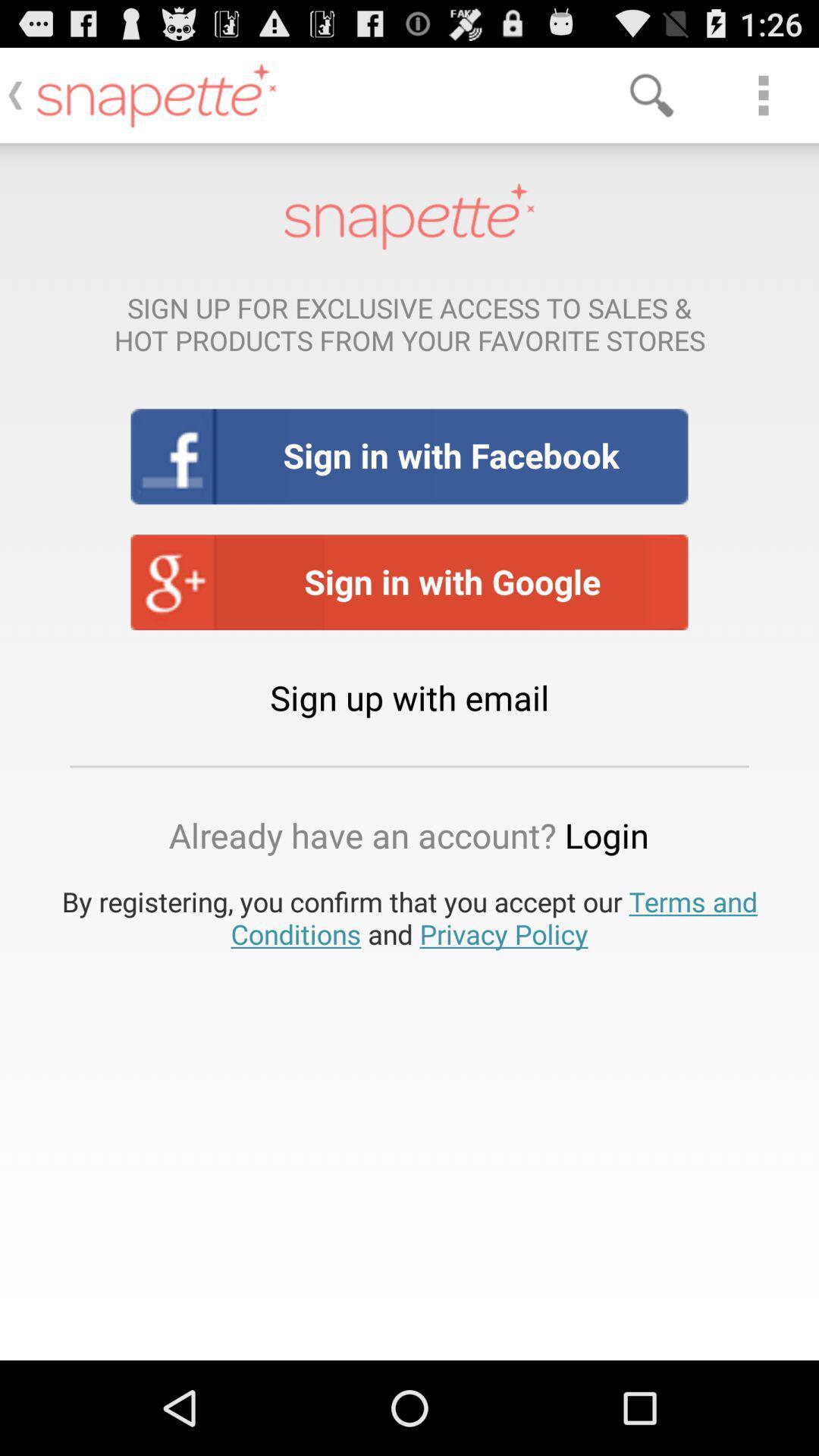 Image resolution: width=819 pixels, height=1456 pixels. I want to click on the item above sign up for, so click(651, 94).